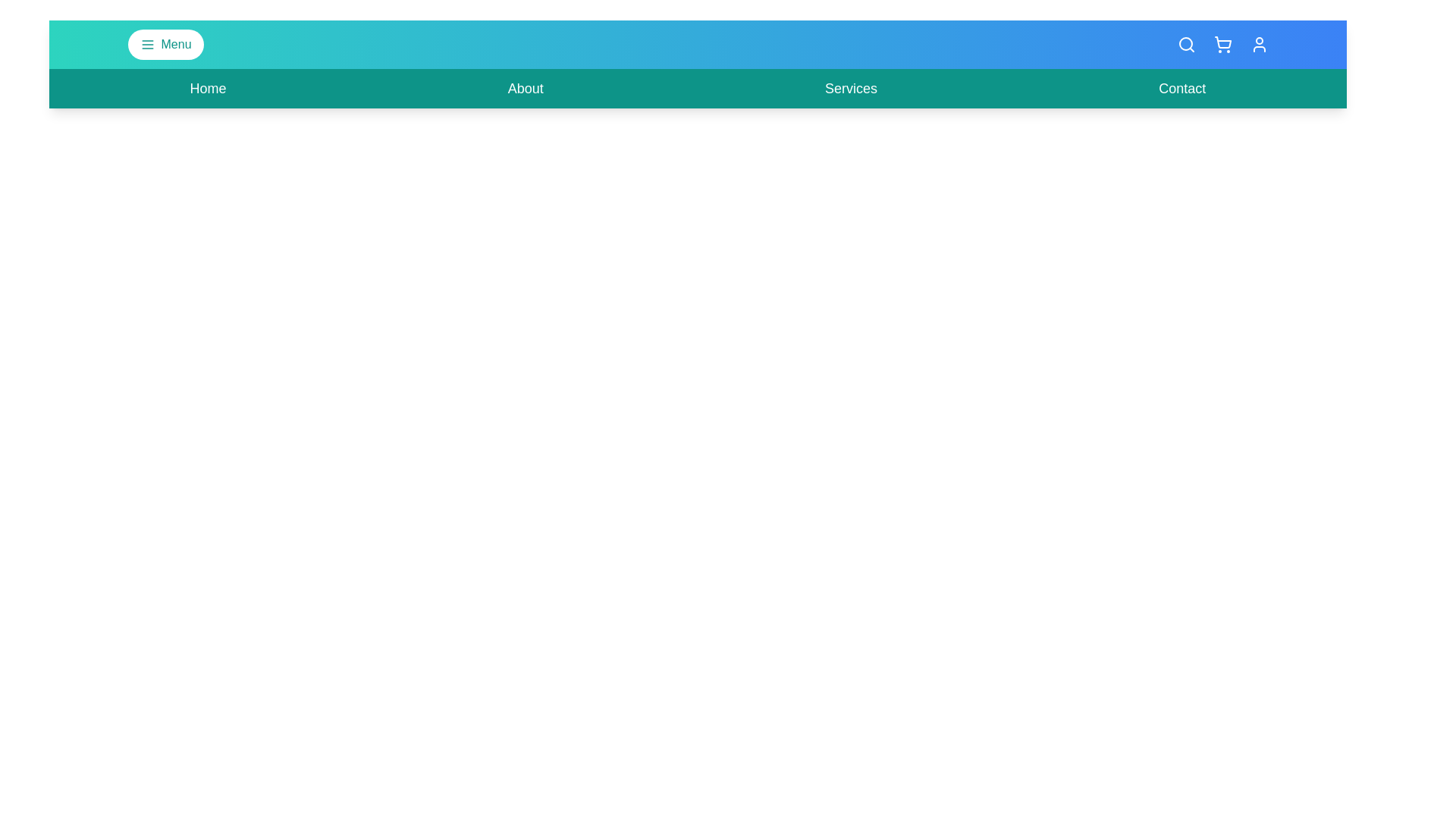  What do you see at coordinates (1259, 43) in the screenshot?
I see `the 'User' icon to interact with it` at bounding box center [1259, 43].